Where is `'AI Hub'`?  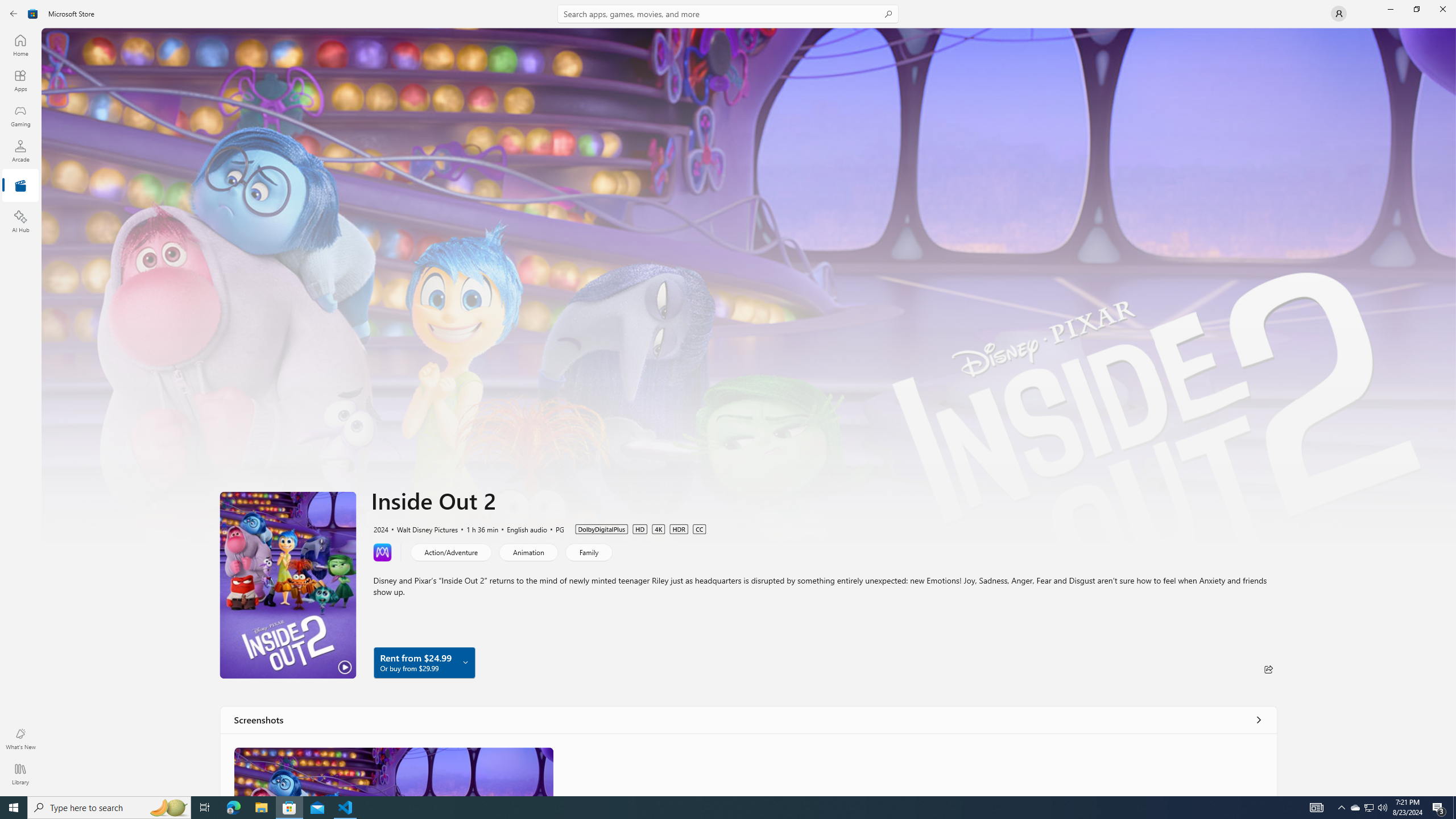 'AI Hub' is located at coordinates (19, 221).